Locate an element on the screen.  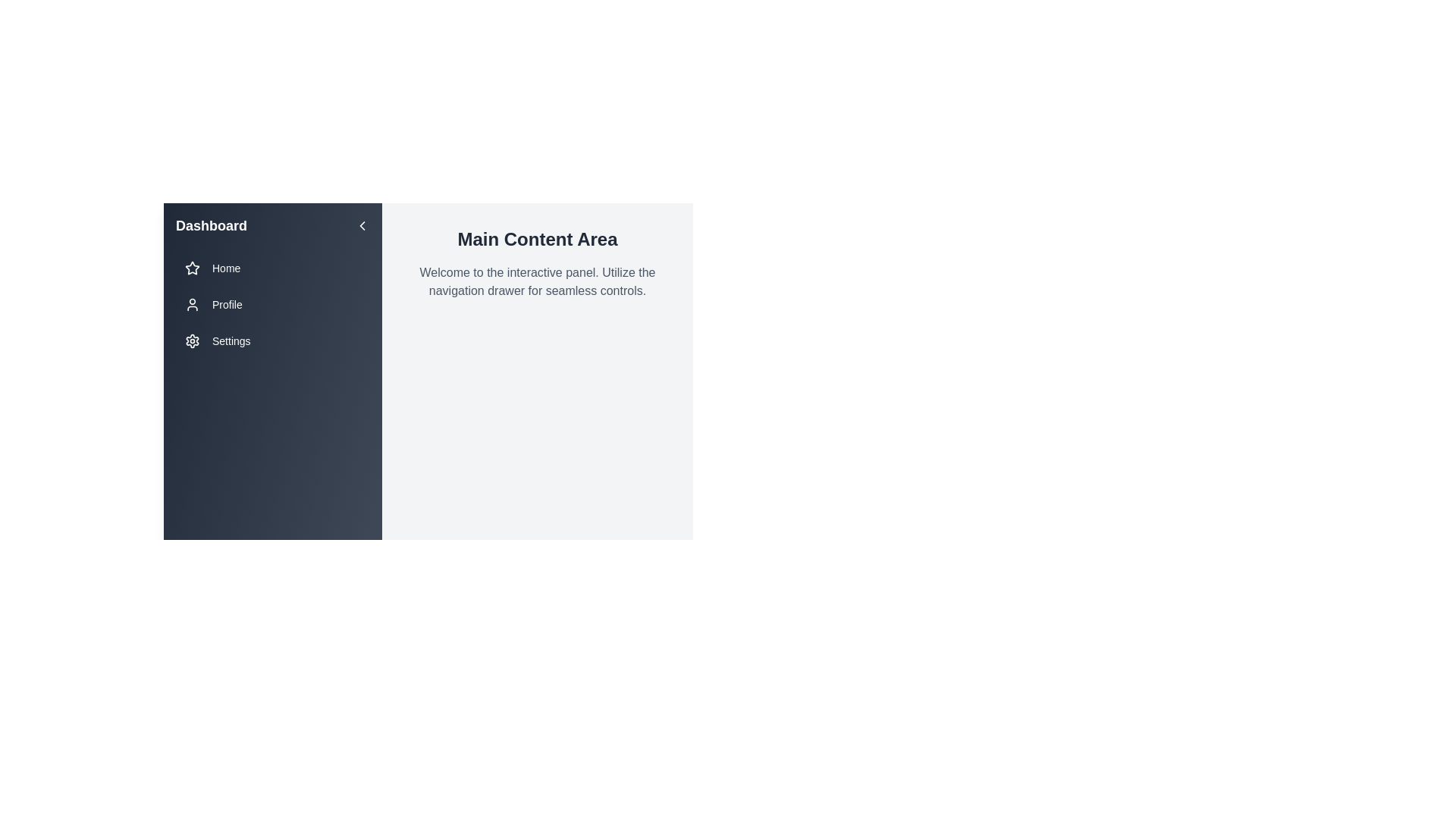
the 'Settings' text label, which is displayed in white against a dark gray background in the vertical navigation menu, positioned below 'Profile' is located at coordinates (231, 341).